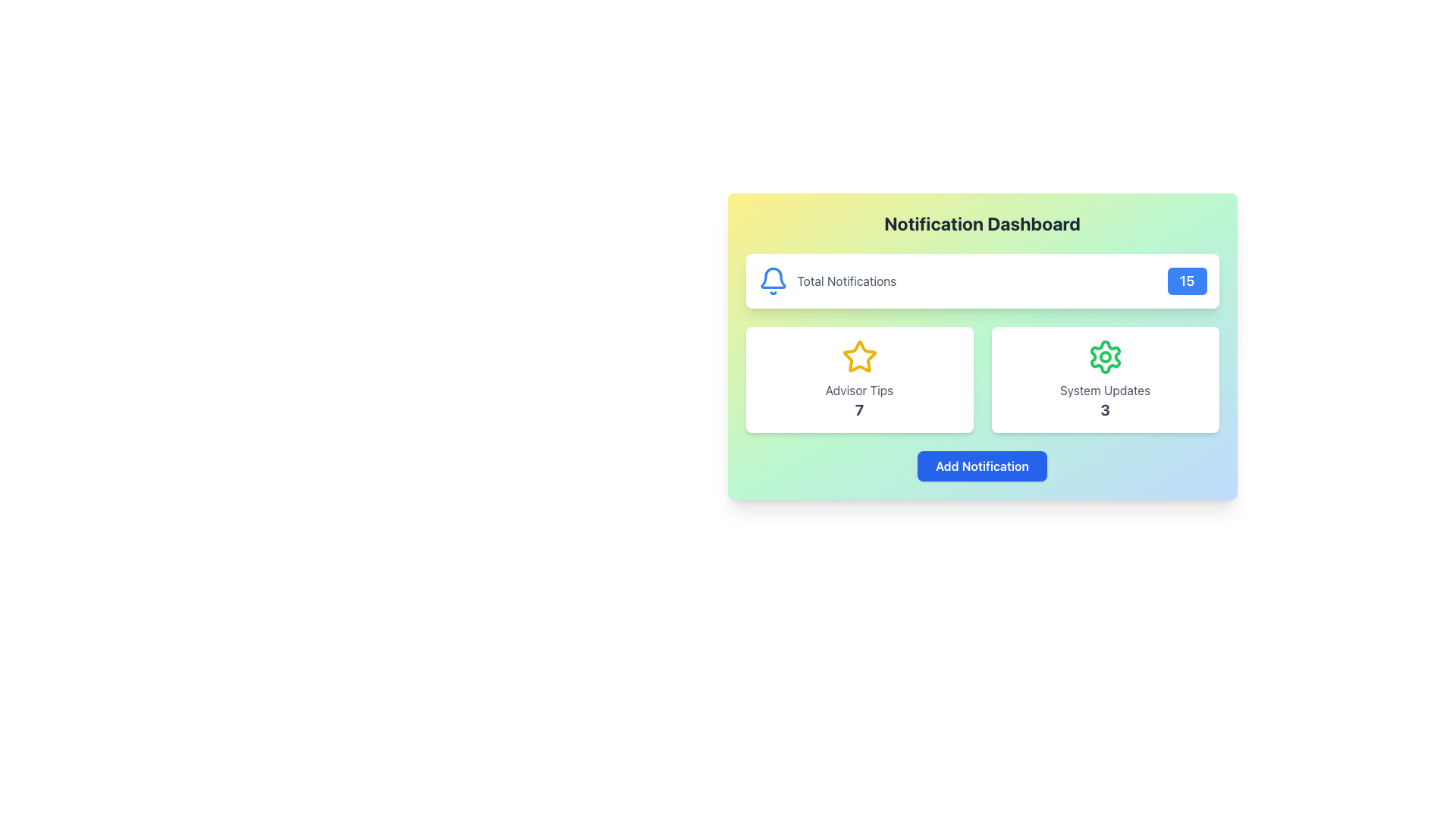  I want to click on the 'Advisor Tips' text label, which is a smaller, gray-colored font located within a white card below a yellow star icon, so click(859, 390).